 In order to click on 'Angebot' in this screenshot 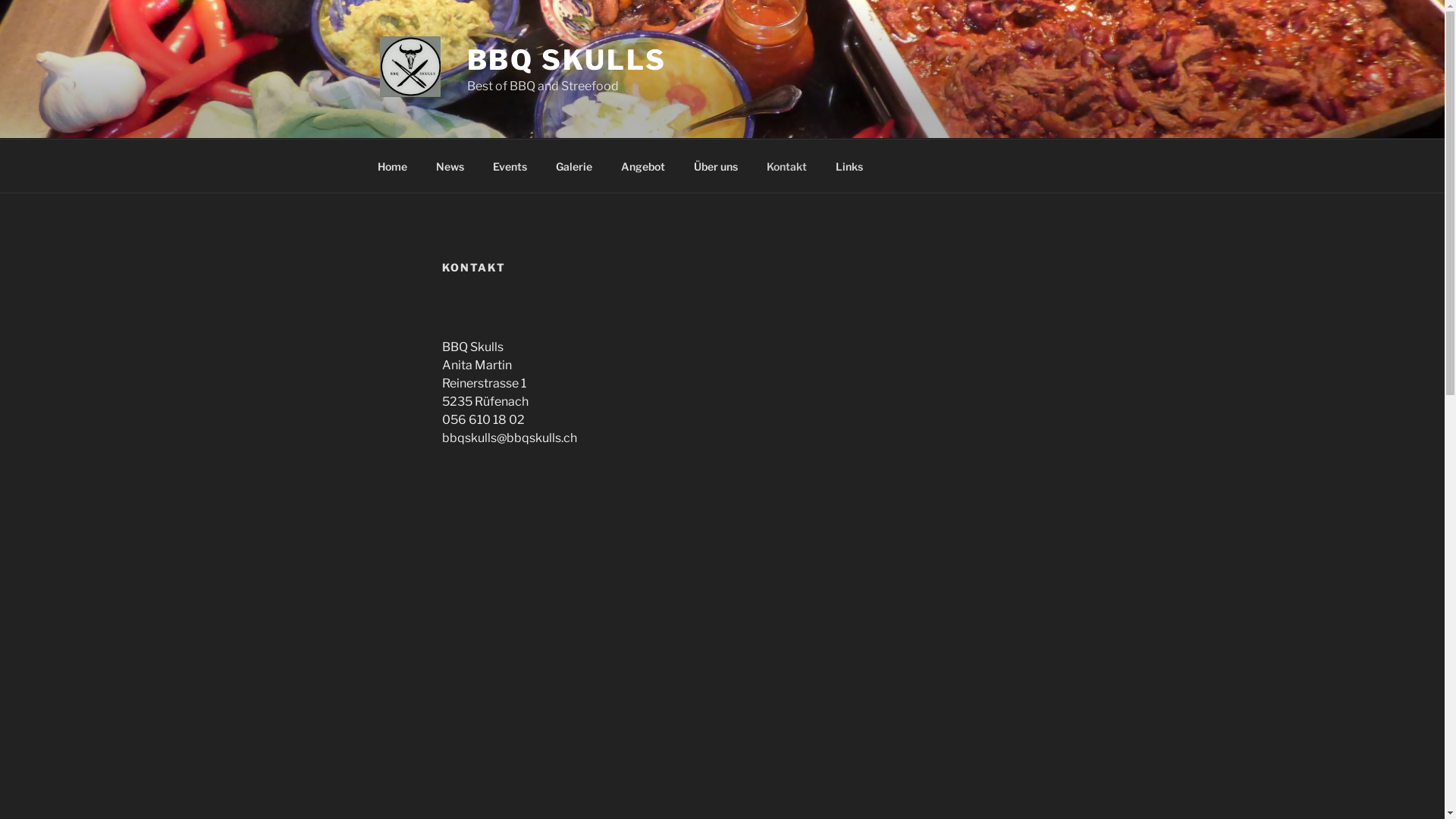, I will do `click(643, 165)`.